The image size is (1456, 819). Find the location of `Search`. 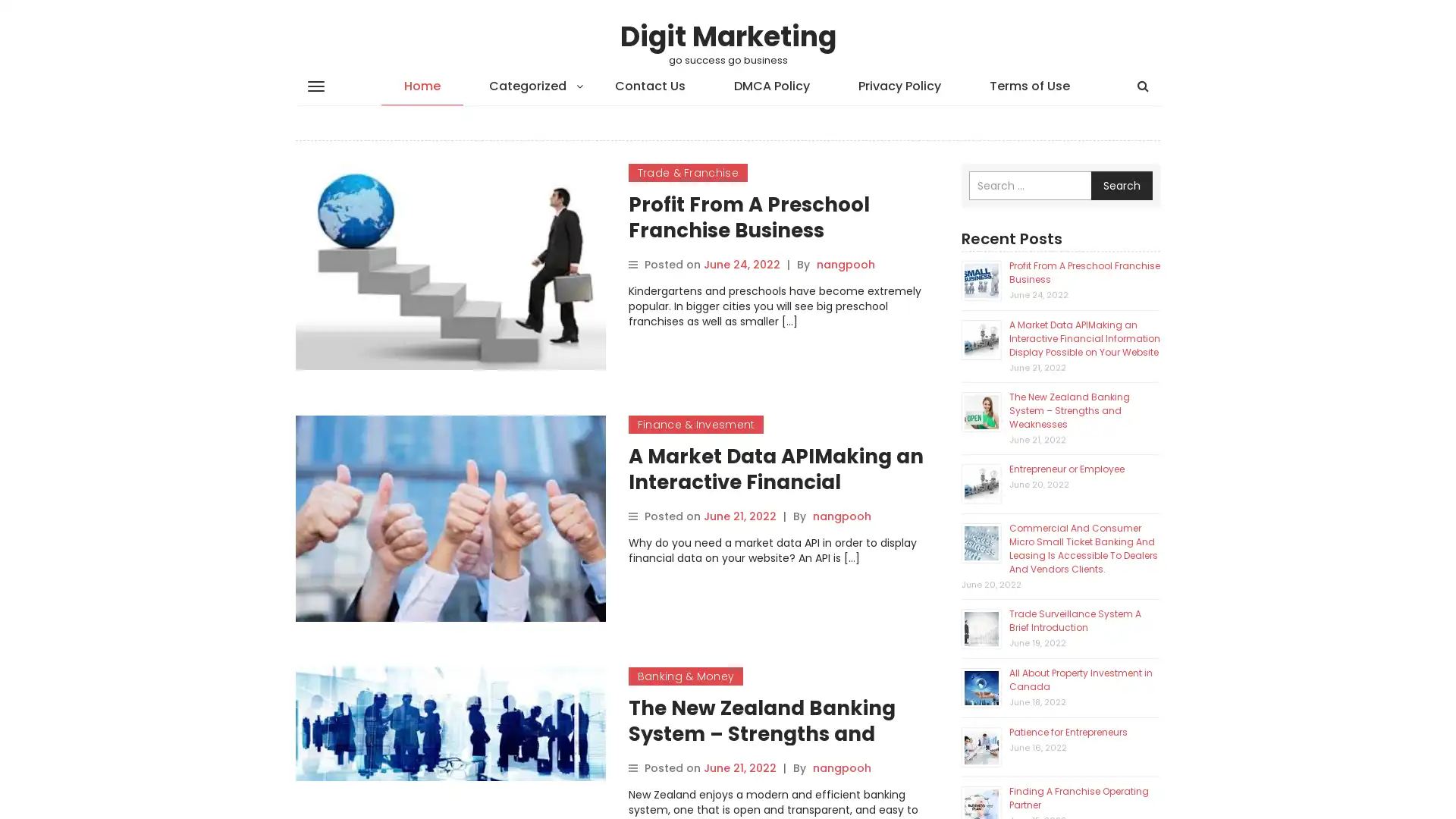

Search is located at coordinates (1122, 185).